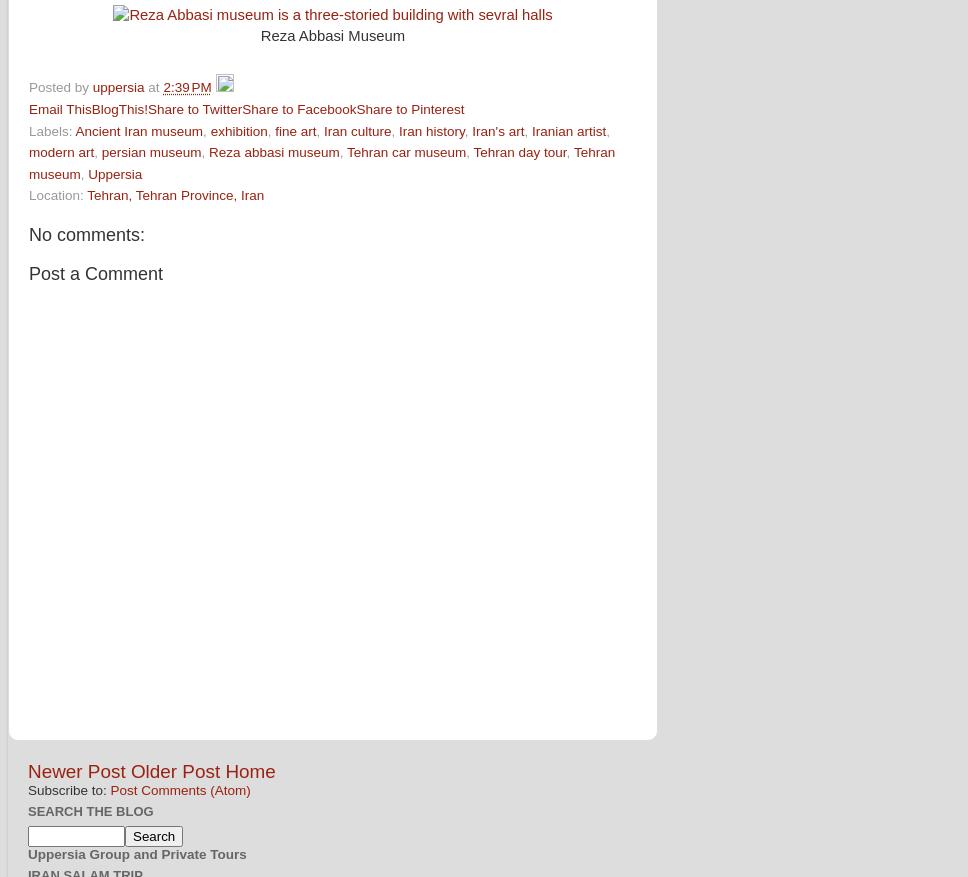 This screenshot has height=877, width=968. I want to click on 'Reza abbasi museum', so click(274, 152).